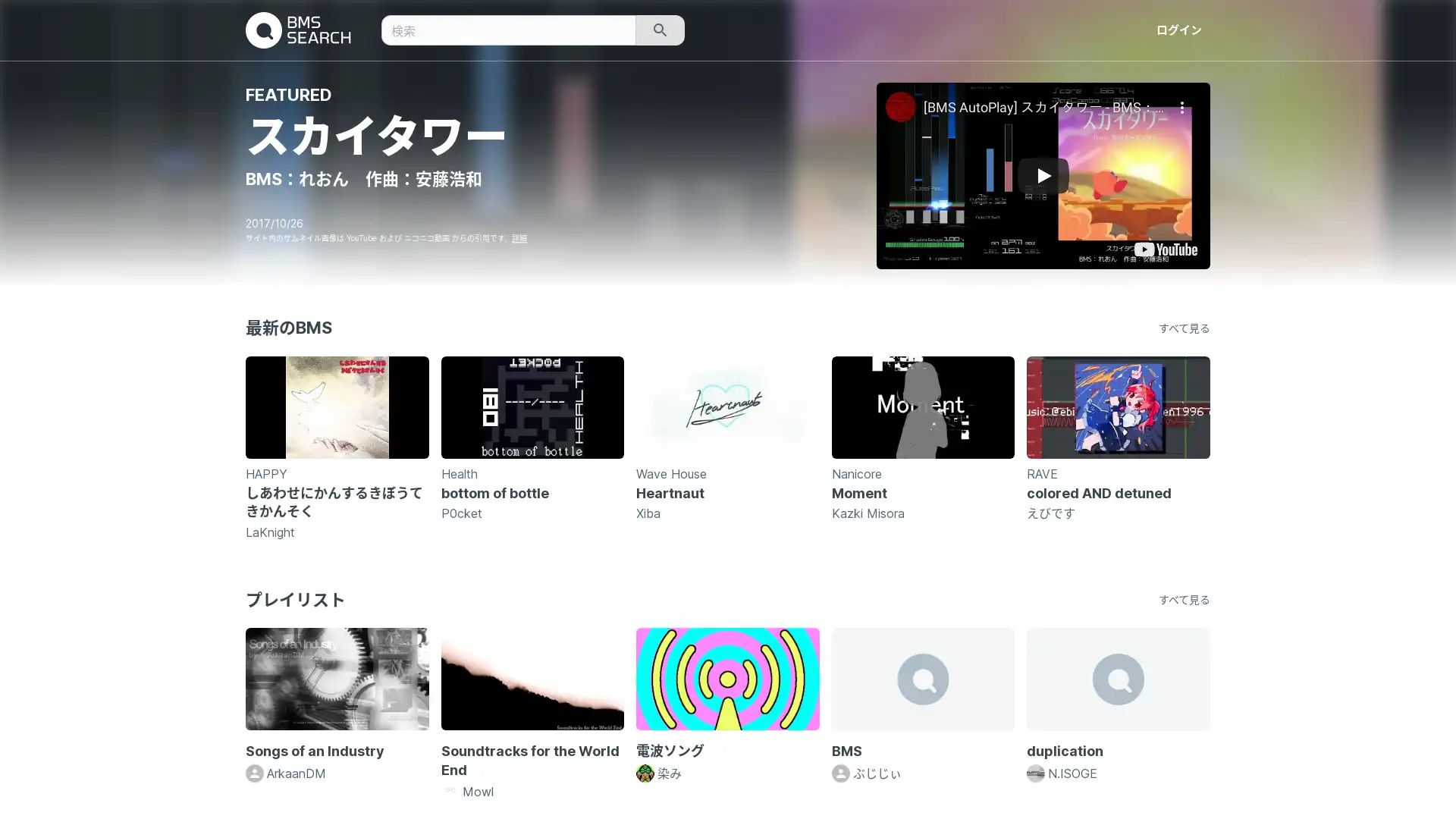  What do you see at coordinates (1118, 704) in the screenshot?
I see `duplication N.ISOGE` at bounding box center [1118, 704].